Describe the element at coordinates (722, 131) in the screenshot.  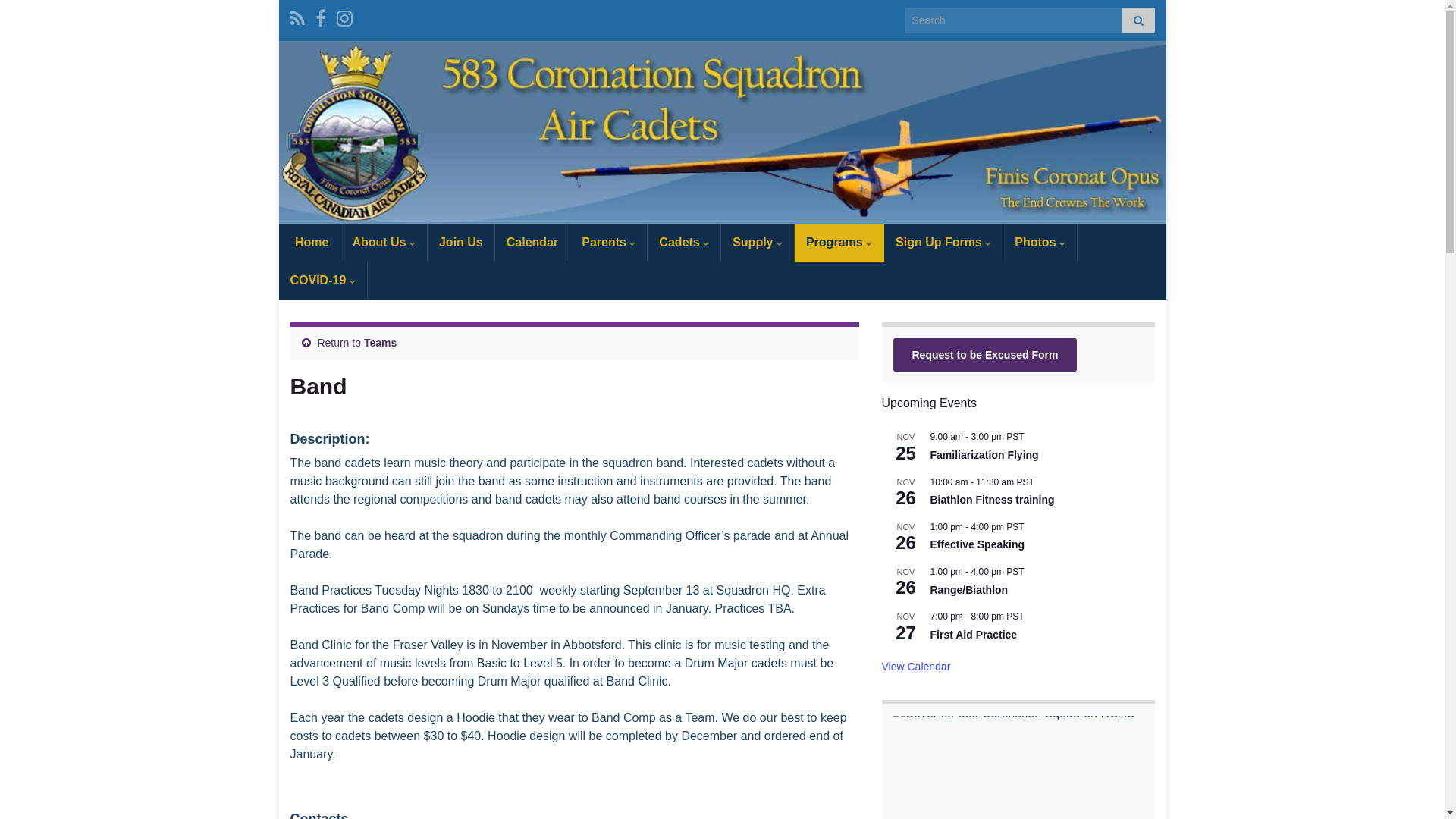
I see `' '` at that location.